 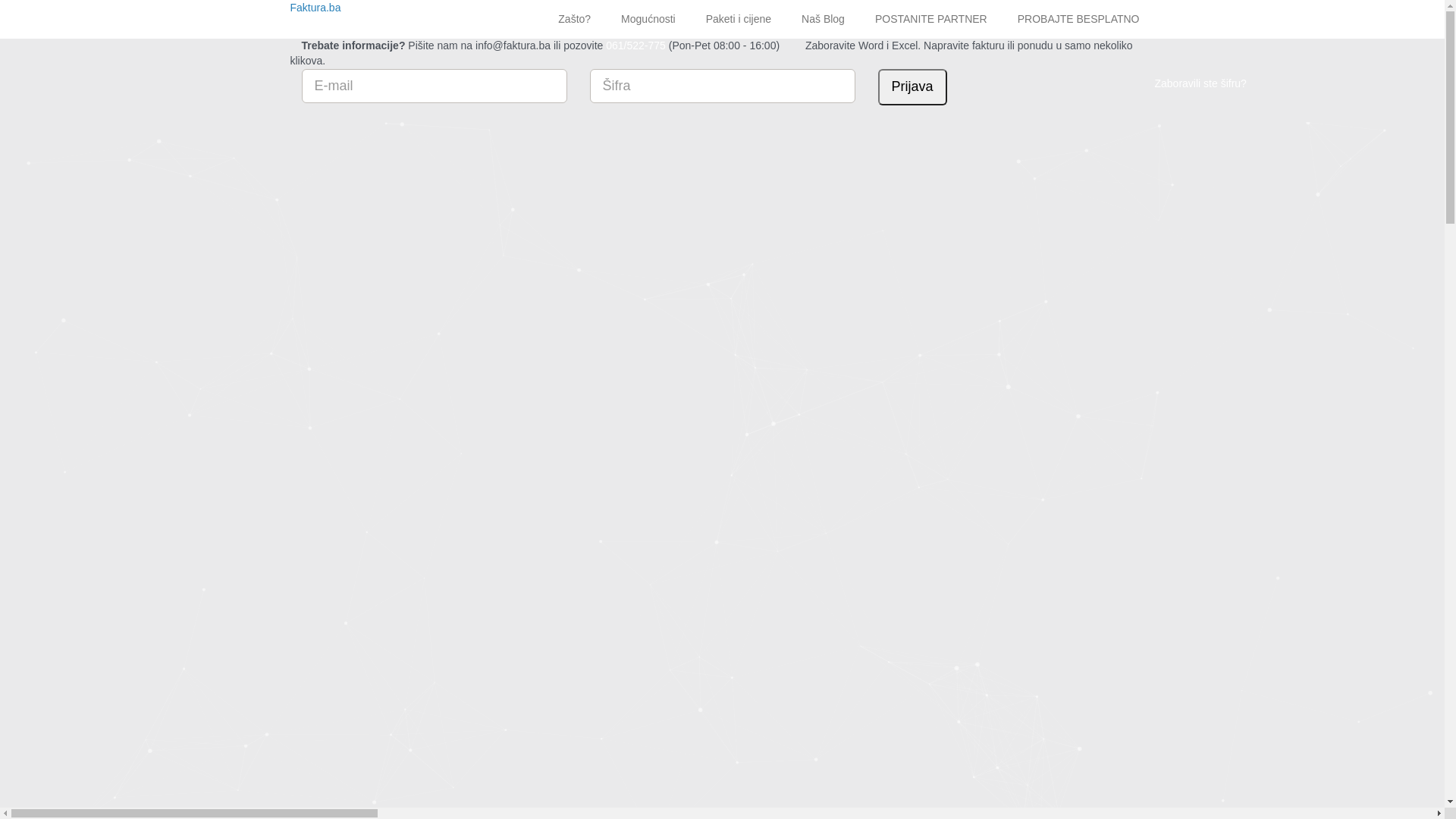 What do you see at coordinates (635, 45) in the screenshot?
I see `'061/522-775'` at bounding box center [635, 45].